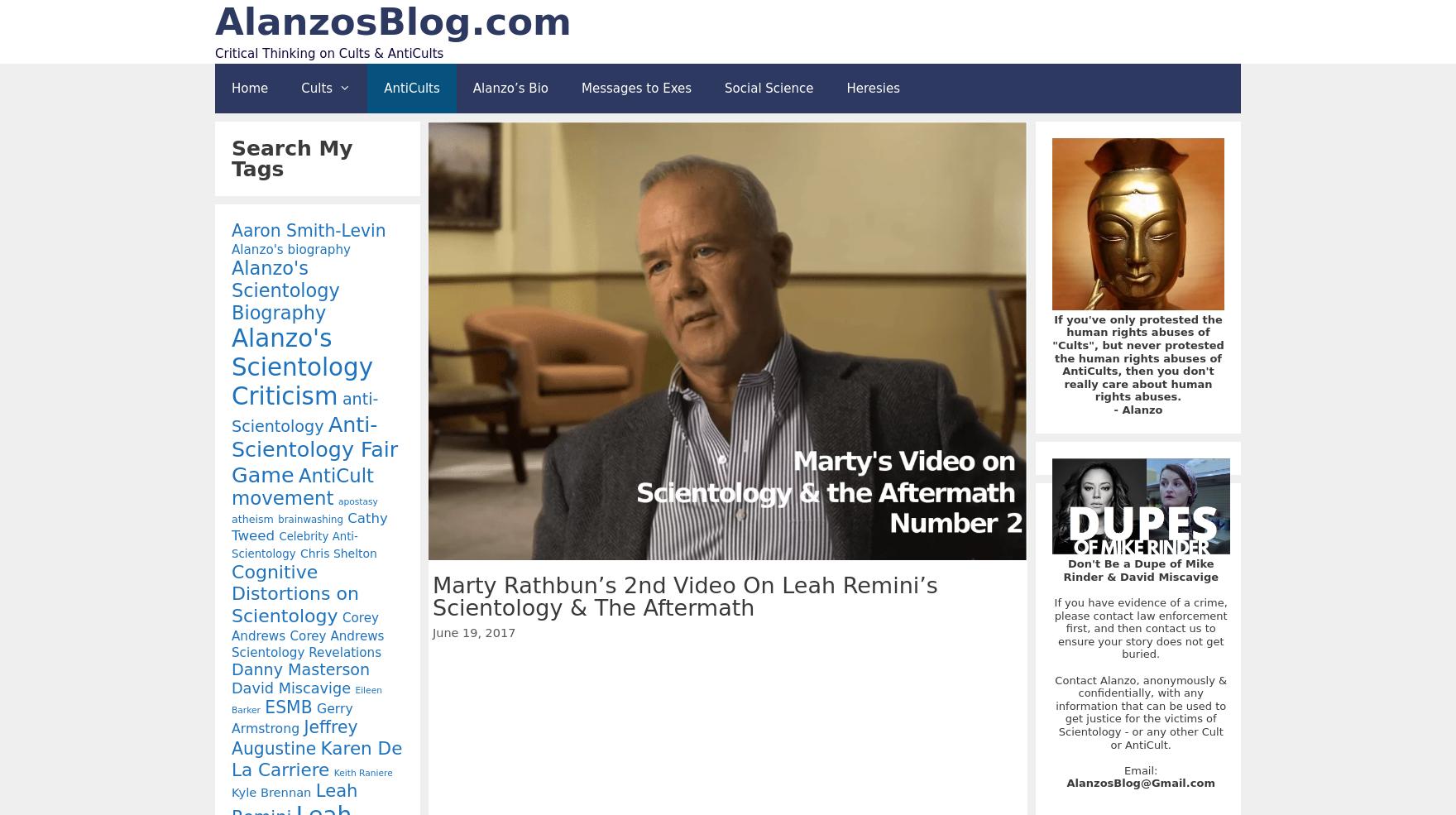 The width and height of the screenshot is (1456, 815). What do you see at coordinates (290, 249) in the screenshot?
I see `'Alanzo's biography'` at bounding box center [290, 249].